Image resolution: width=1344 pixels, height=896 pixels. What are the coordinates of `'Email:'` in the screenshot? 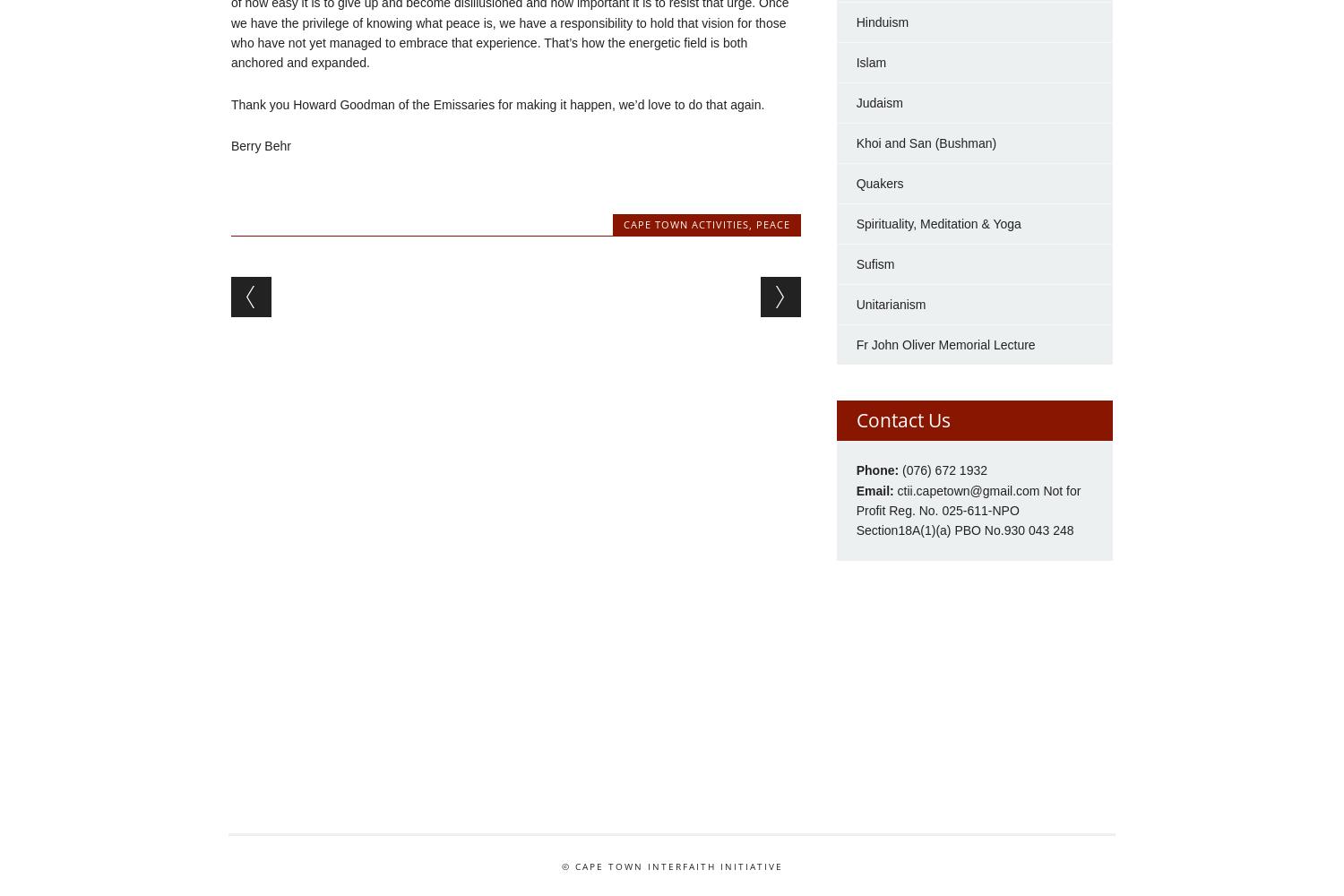 It's located at (855, 490).